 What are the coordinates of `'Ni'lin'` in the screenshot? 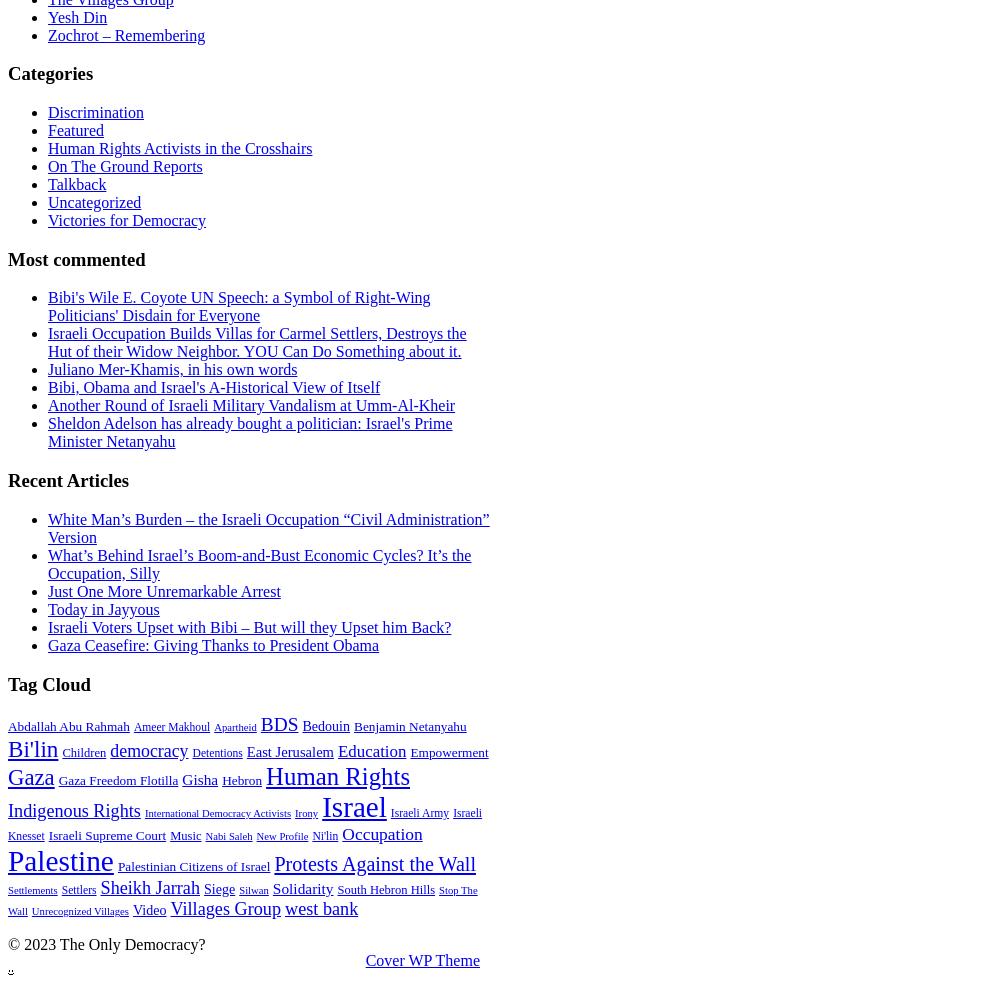 It's located at (325, 835).